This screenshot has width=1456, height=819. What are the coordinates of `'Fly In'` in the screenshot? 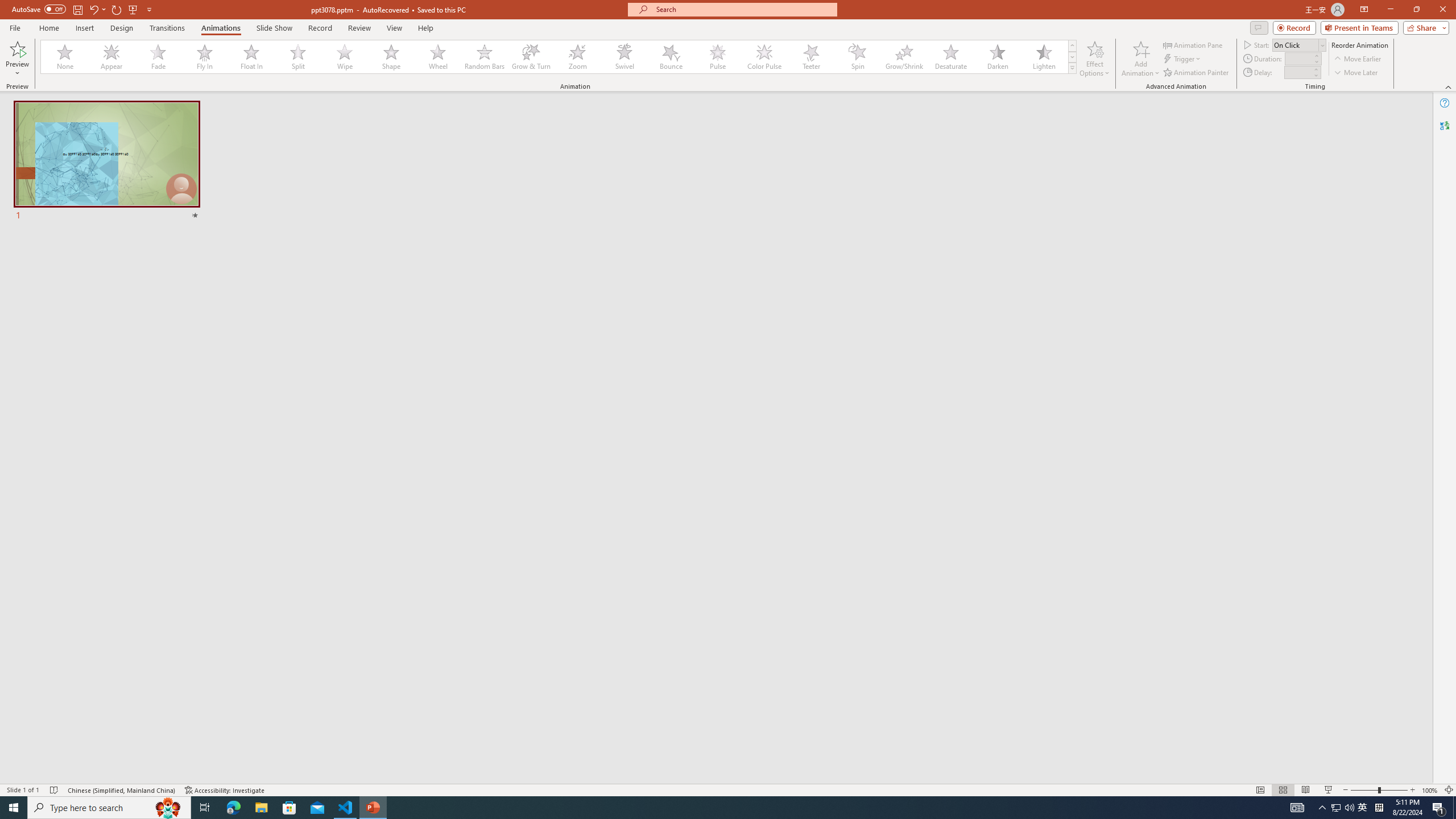 It's located at (204, 56).